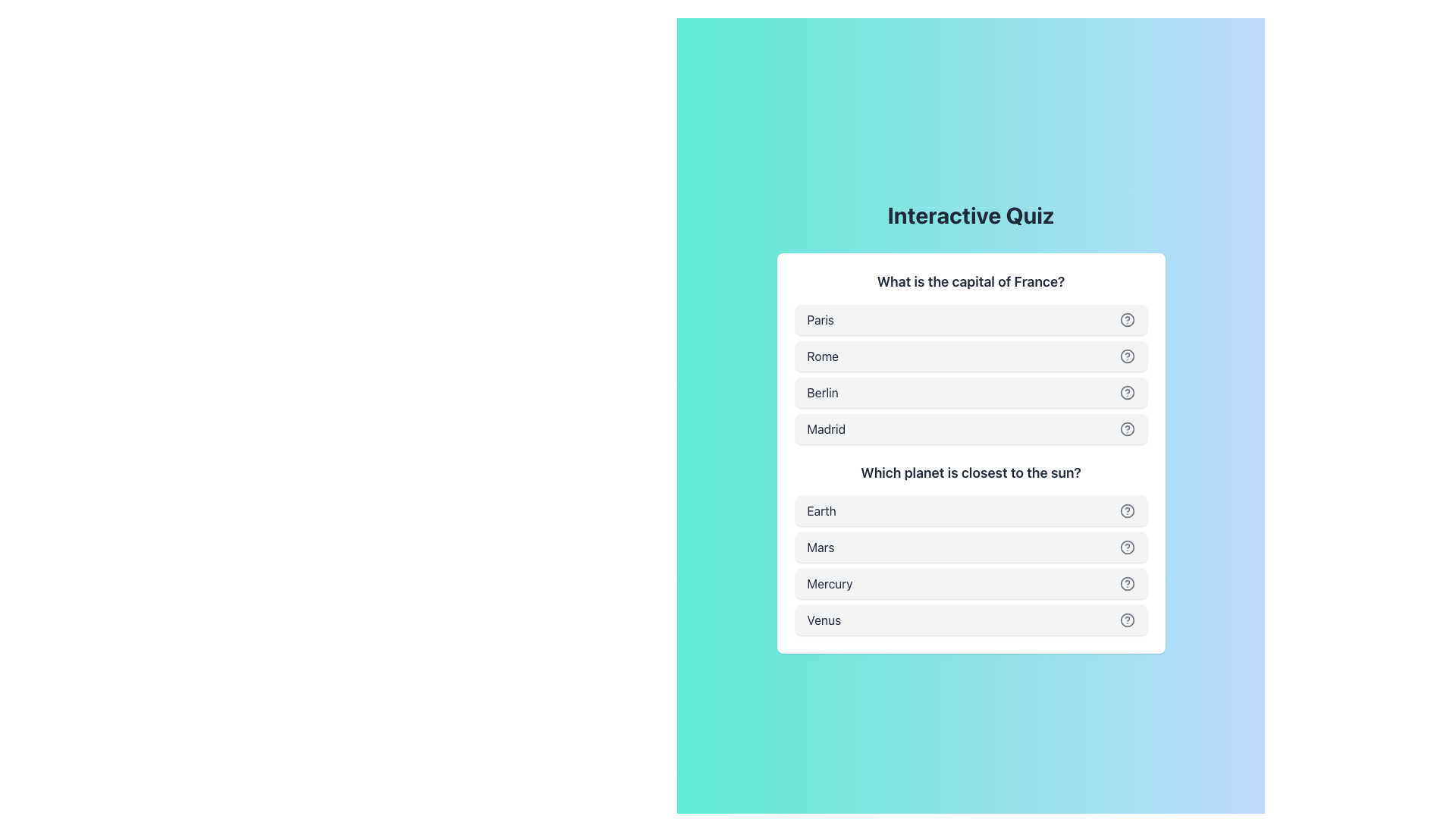 Image resolution: width=1456 pixels, height=819 pixels. I want to click on the 'Venus' button, which is the last button in a vertical list of buttons, to observe its hover state, so click(971, 620).